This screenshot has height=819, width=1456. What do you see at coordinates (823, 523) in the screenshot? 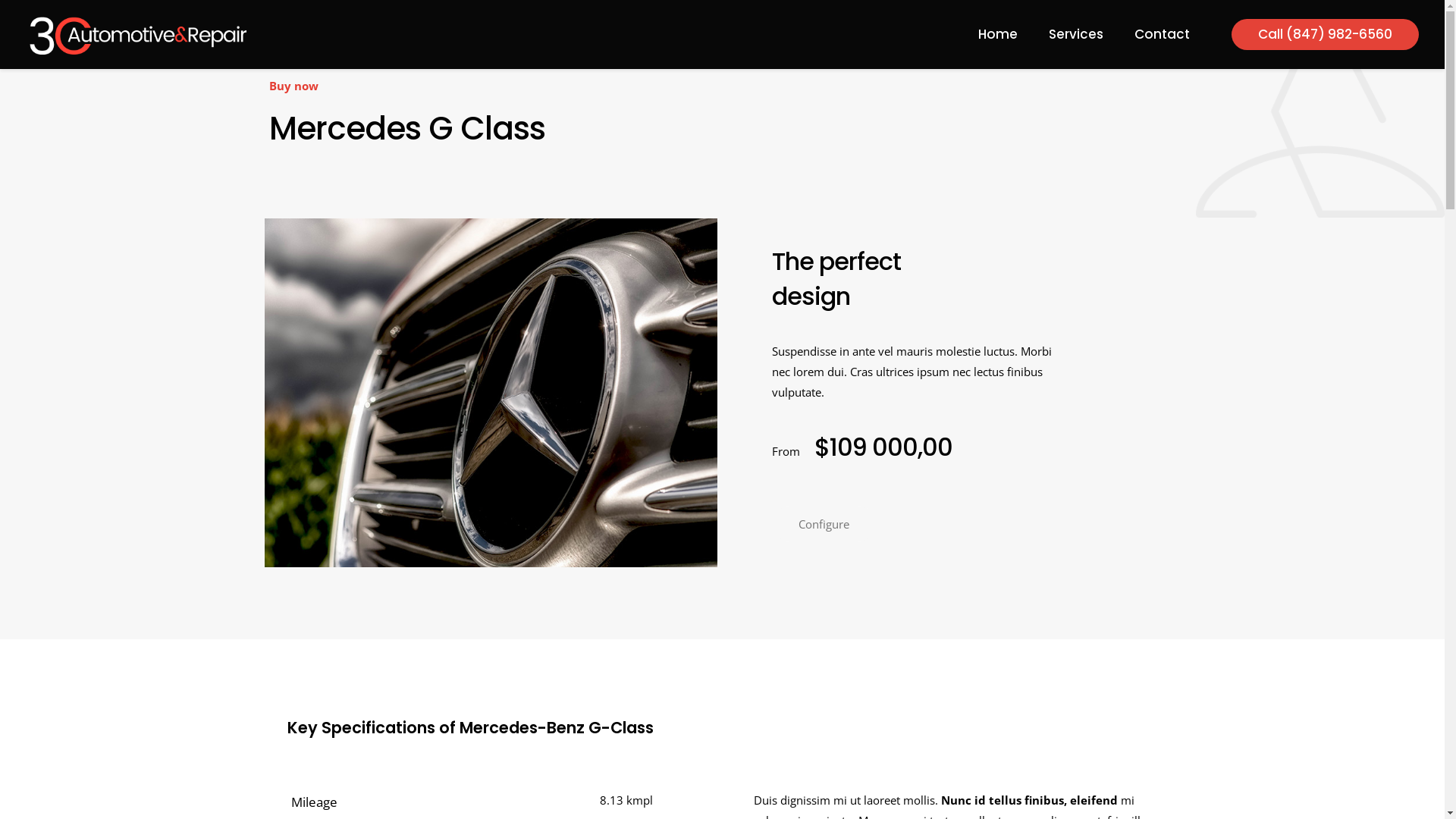
I see `'Configure'` at bounding box center [823, 523].